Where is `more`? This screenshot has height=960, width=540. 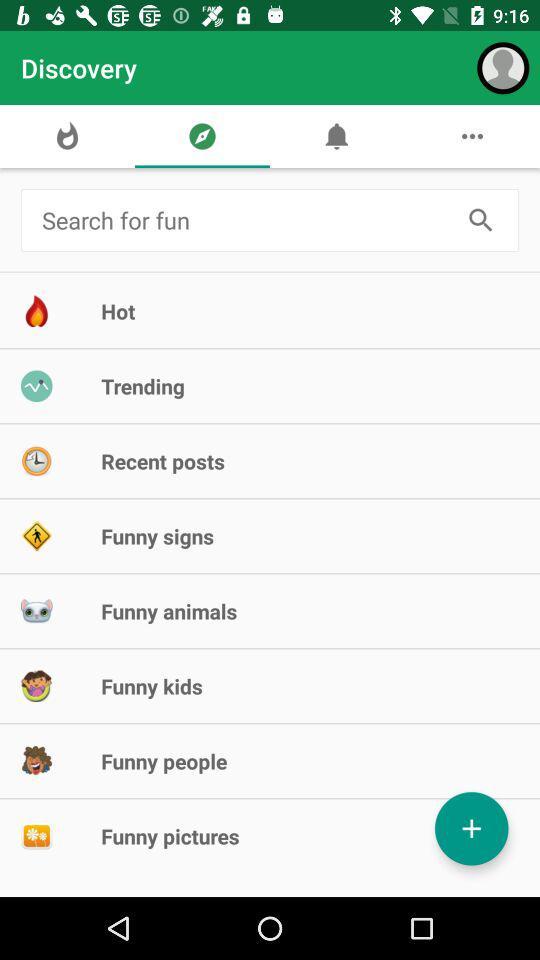 more is located at coordinates (471, 828).